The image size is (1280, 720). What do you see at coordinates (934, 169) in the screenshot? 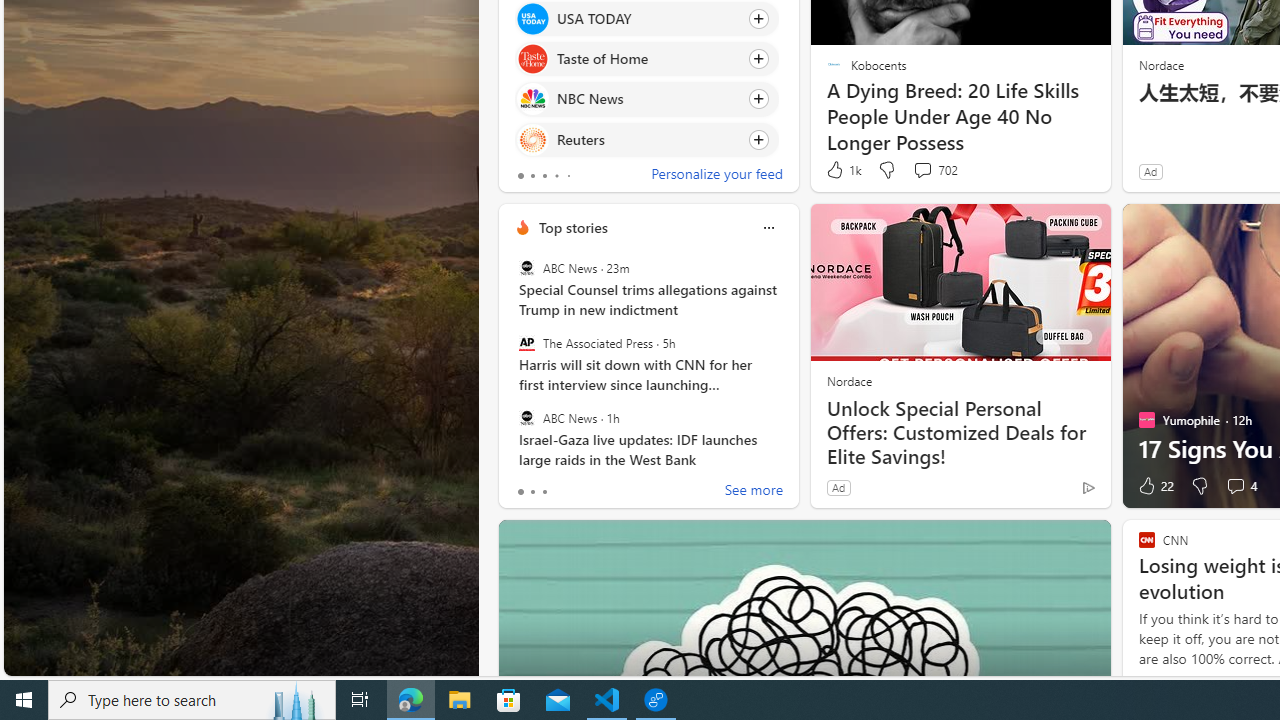
I see `'View comments 702 Comment'` at bounding box center [934, 169].